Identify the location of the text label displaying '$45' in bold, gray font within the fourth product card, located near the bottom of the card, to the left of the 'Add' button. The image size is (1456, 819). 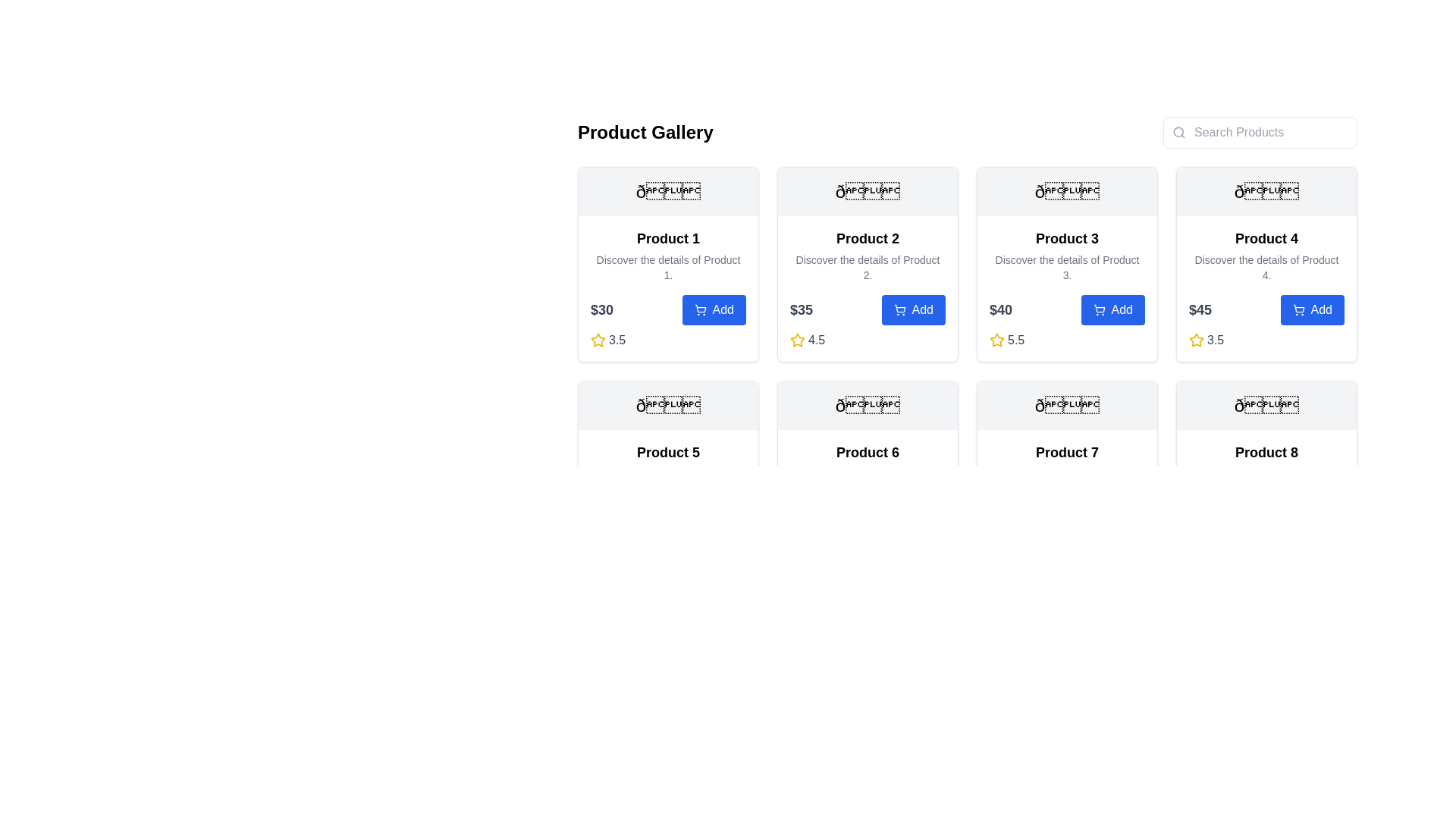
(1200, 309).